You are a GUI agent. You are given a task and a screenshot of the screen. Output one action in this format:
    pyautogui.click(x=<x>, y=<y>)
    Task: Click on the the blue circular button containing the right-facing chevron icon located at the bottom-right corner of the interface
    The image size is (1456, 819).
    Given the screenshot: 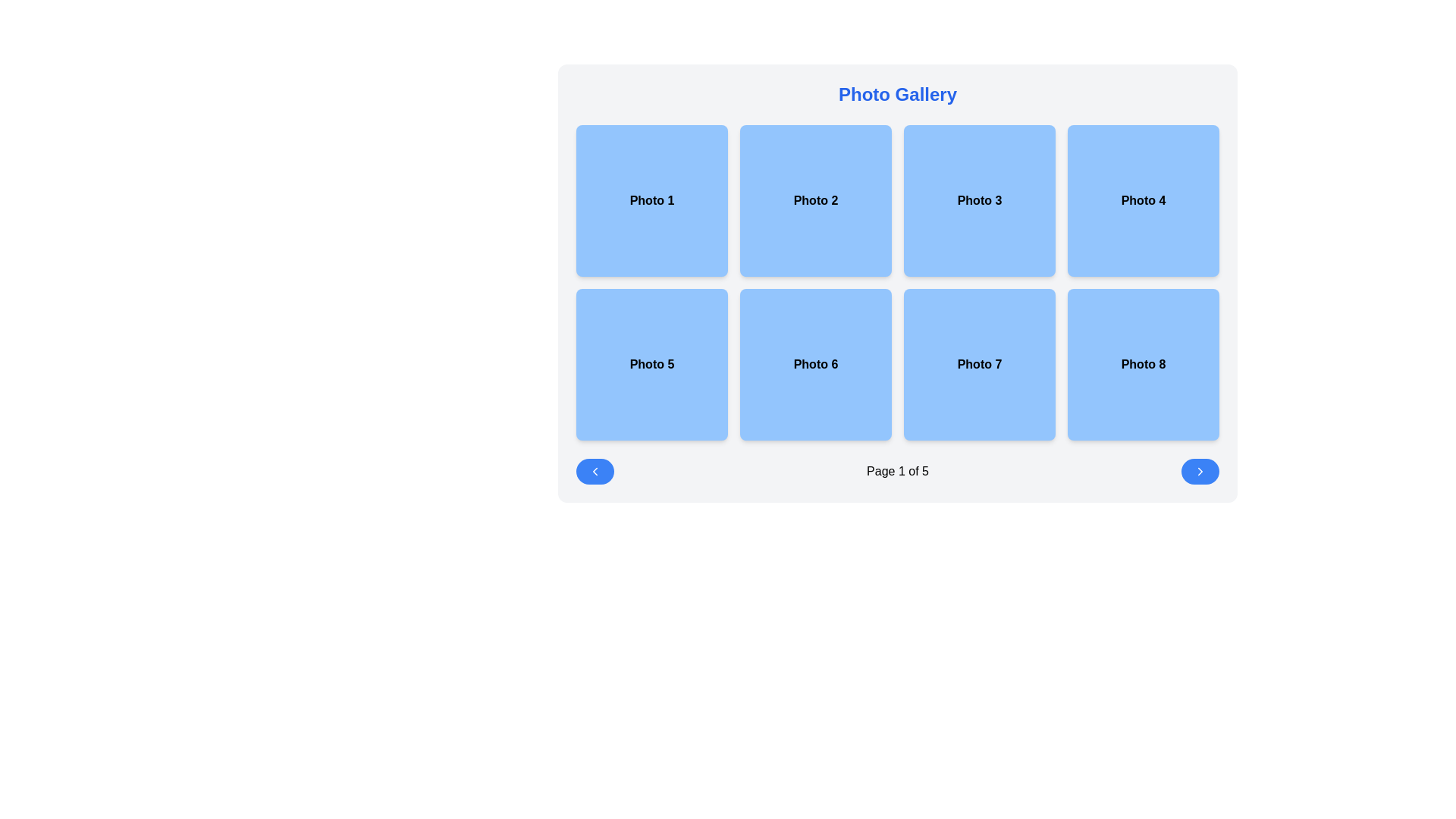 What is the action you would take?
    pyautogui.click(x=1200, y=470)
    